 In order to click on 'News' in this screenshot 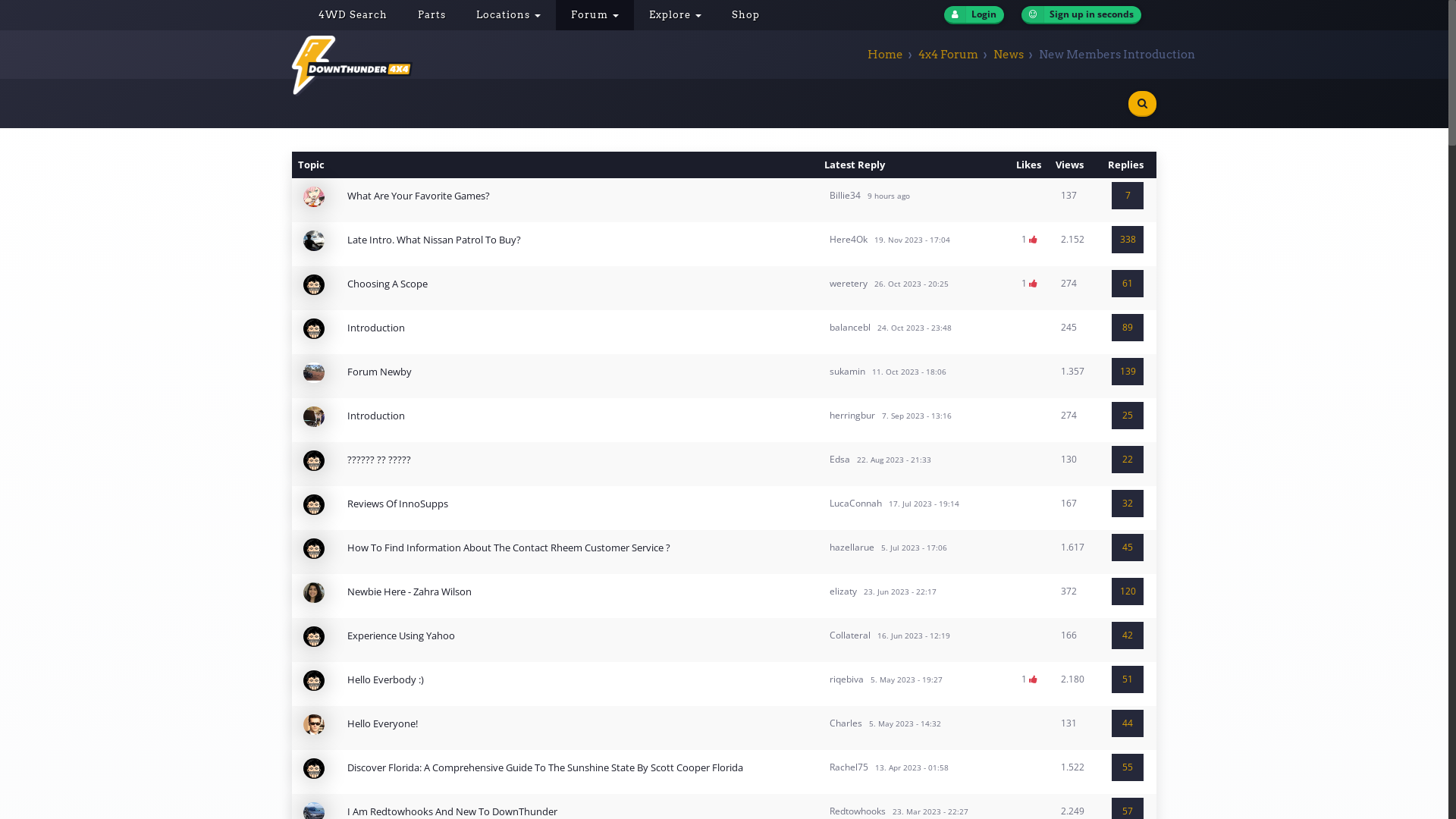, I will do `click(1008, 54)`.